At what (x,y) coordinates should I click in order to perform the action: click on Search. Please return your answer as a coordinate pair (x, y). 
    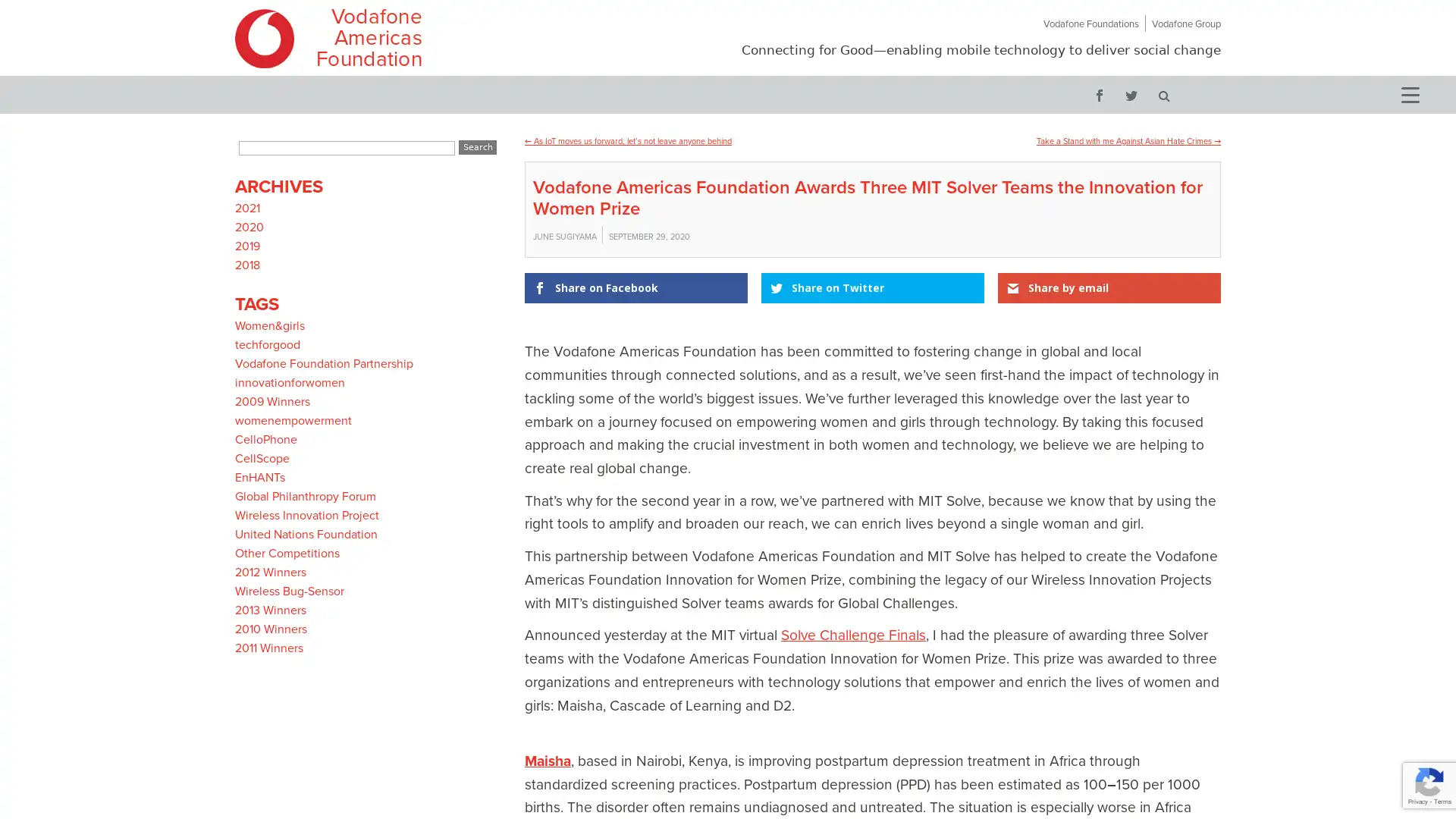
    Looking at the image, I should click on (476, 147).